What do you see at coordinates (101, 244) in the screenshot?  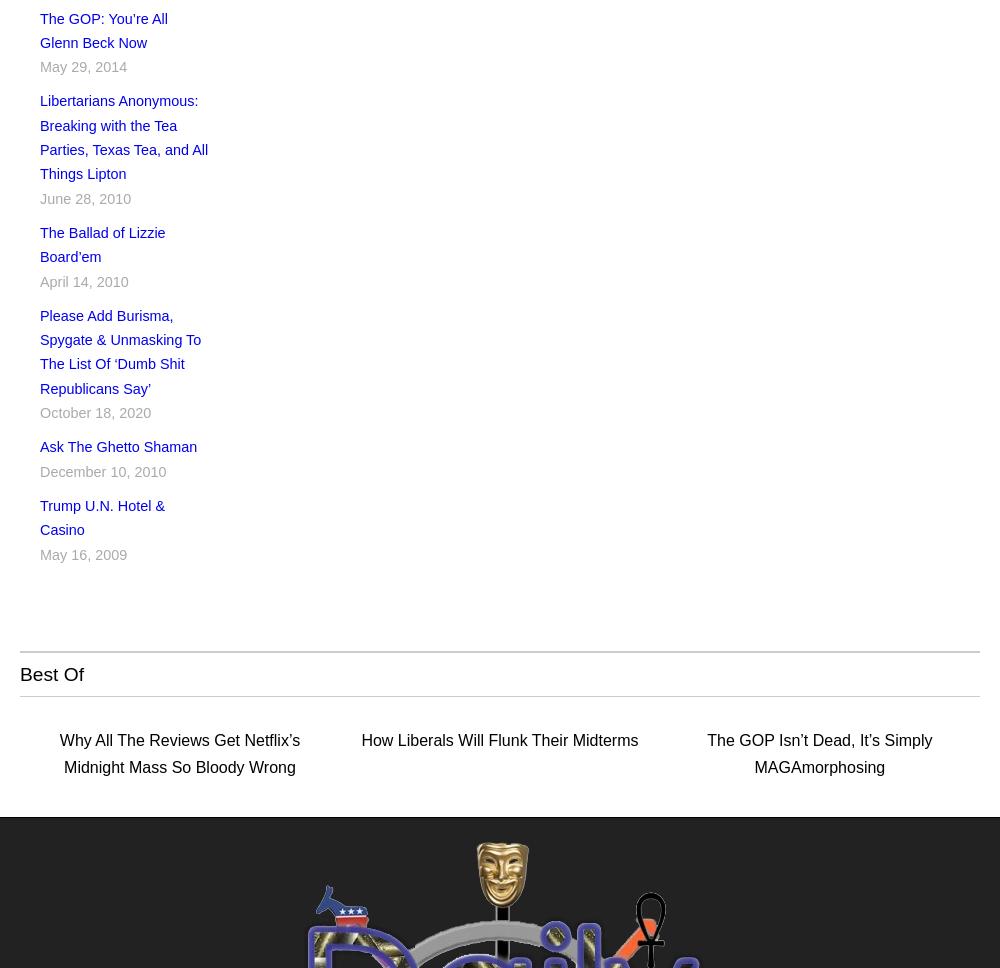 I see `'The Ballad of Lizzie Board’em'` at bounding box center [101, 244].